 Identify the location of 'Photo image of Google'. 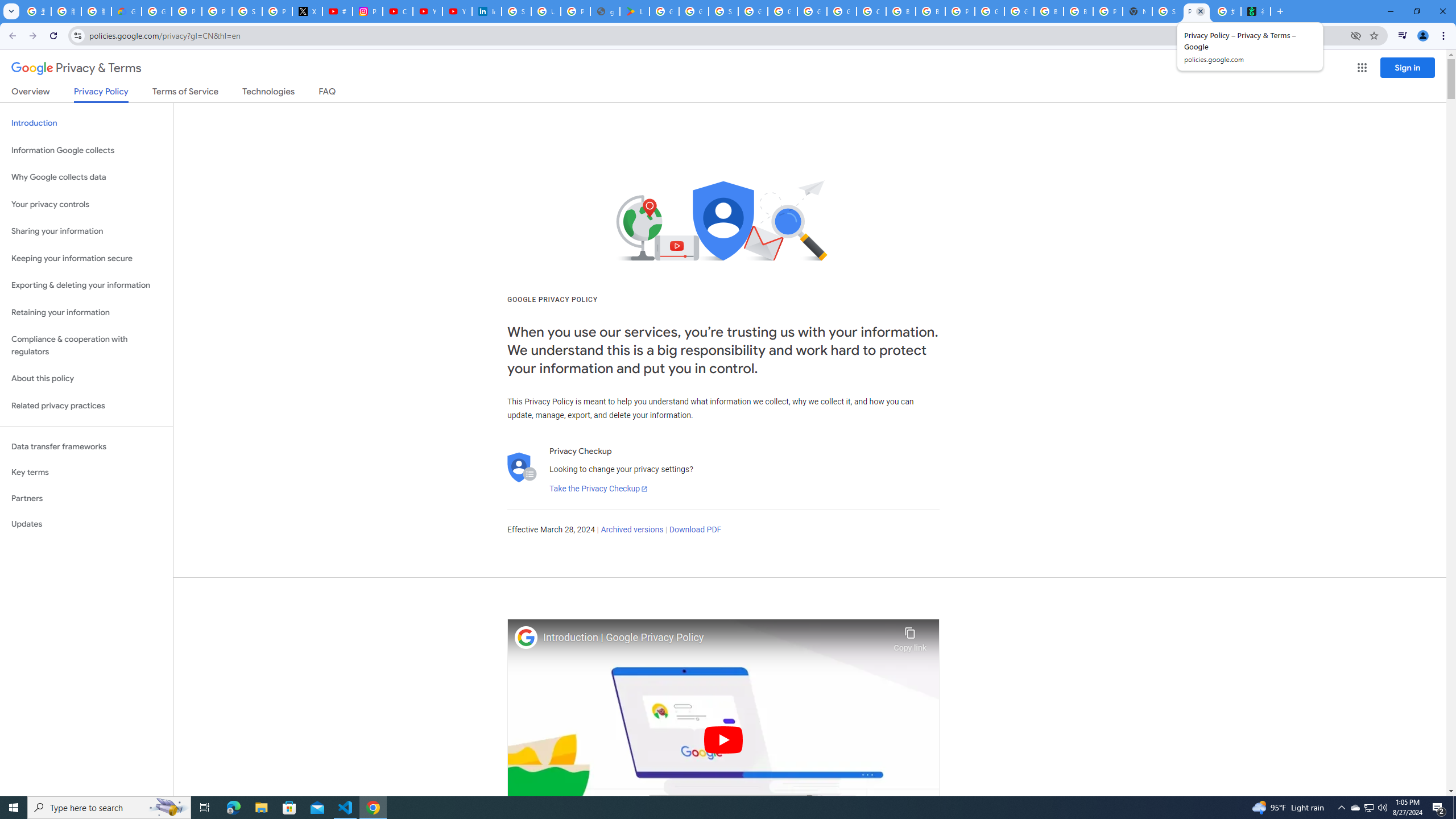
(526, 636).